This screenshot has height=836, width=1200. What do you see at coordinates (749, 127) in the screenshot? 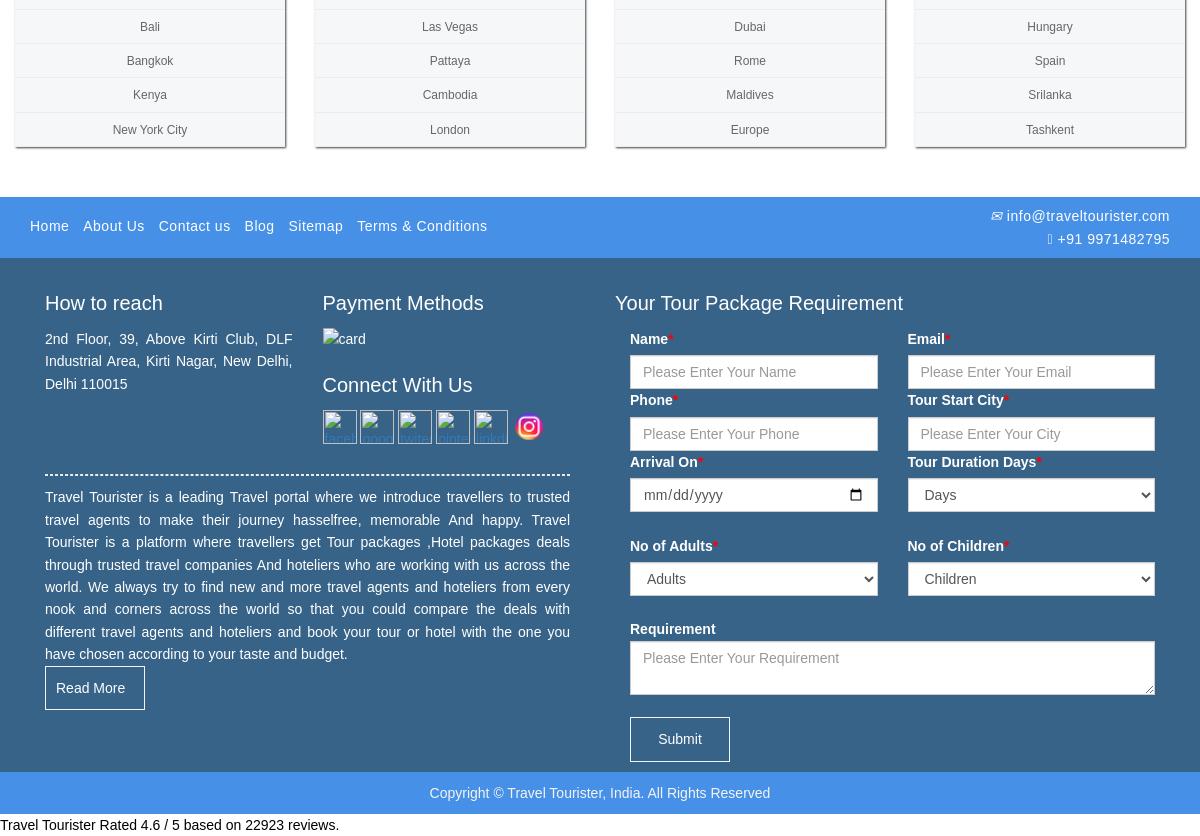
I see `'Europe'` at bounding box center [749, 127].